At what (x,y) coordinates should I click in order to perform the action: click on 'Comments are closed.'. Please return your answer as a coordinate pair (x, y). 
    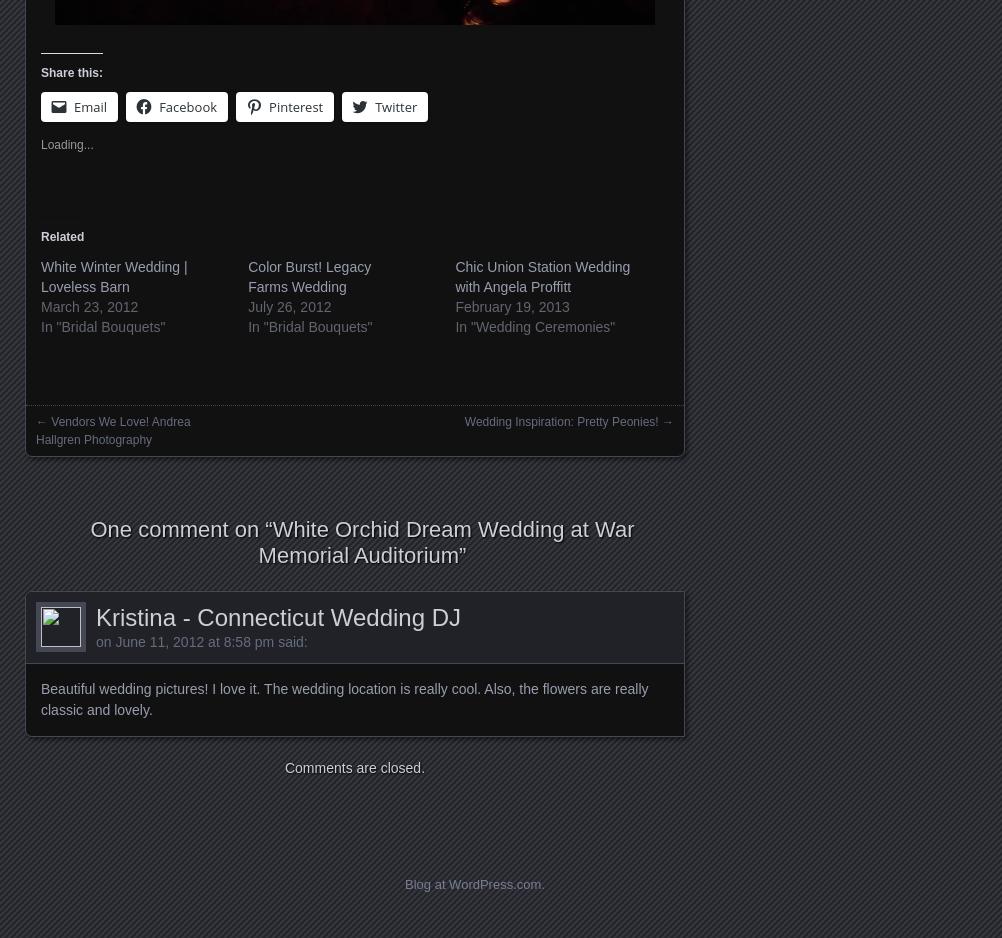
    Looking at the image, I should click on (354, 767).